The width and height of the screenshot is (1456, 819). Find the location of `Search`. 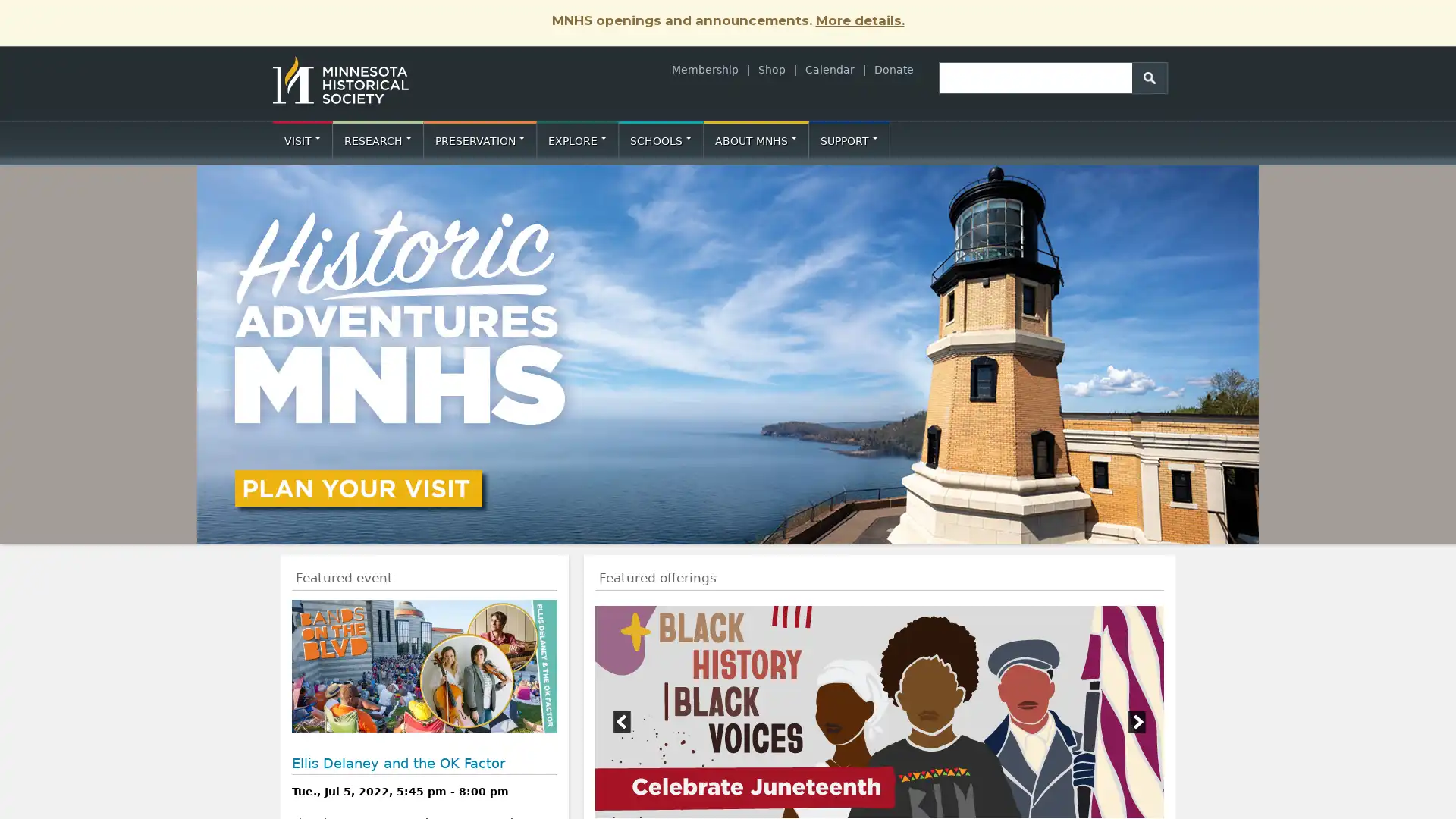

Search is located at coordinates (1150, 77).